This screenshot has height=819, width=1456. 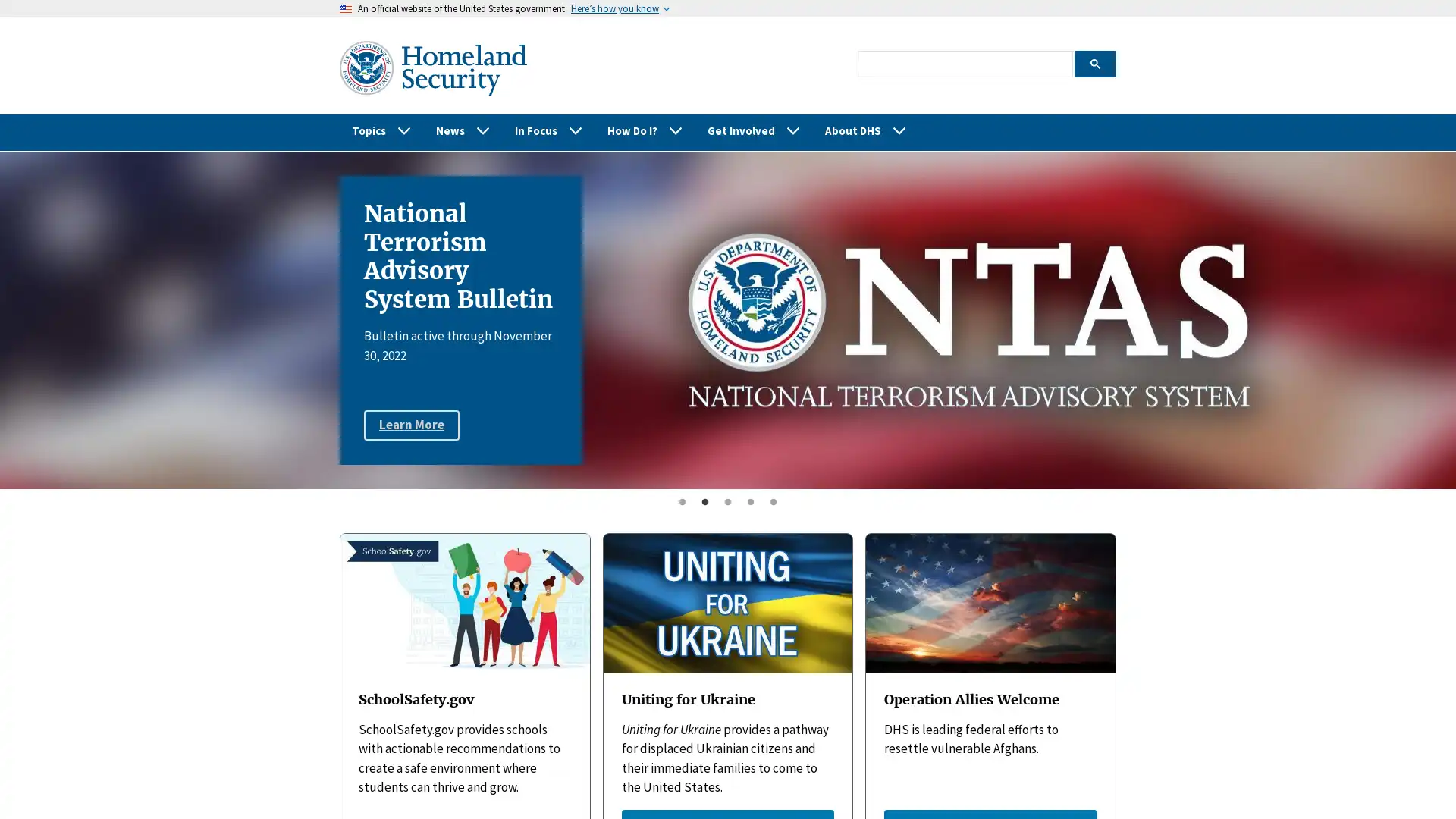 What do you see at coordinates (1094, 62) in the screenshot?
I see `search` at bounding box center [1094, 62].